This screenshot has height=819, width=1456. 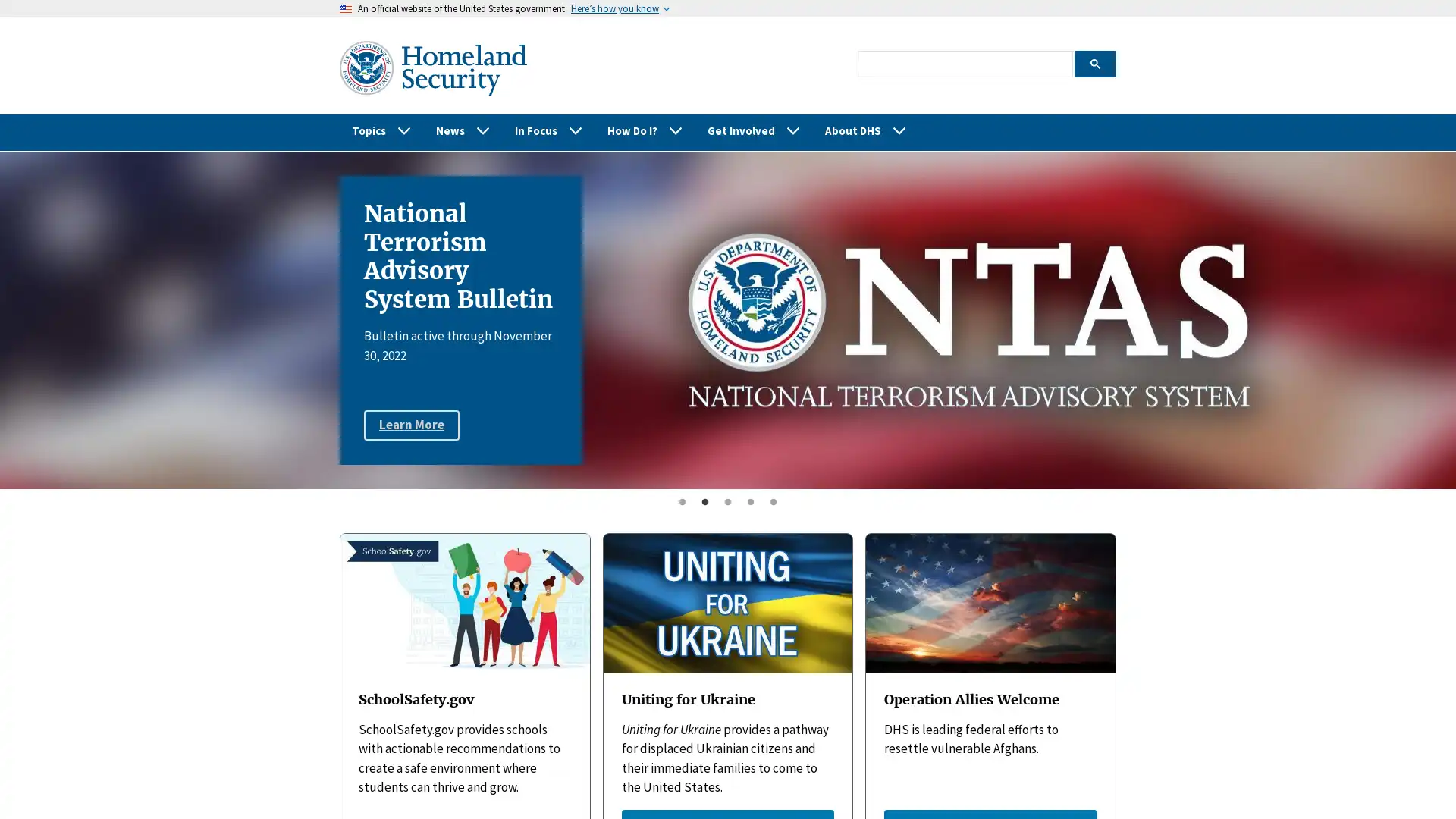 What do you see at coordinates (1094, 62) in the screenshot?
I see `search` at bounding box center [1094, 62].